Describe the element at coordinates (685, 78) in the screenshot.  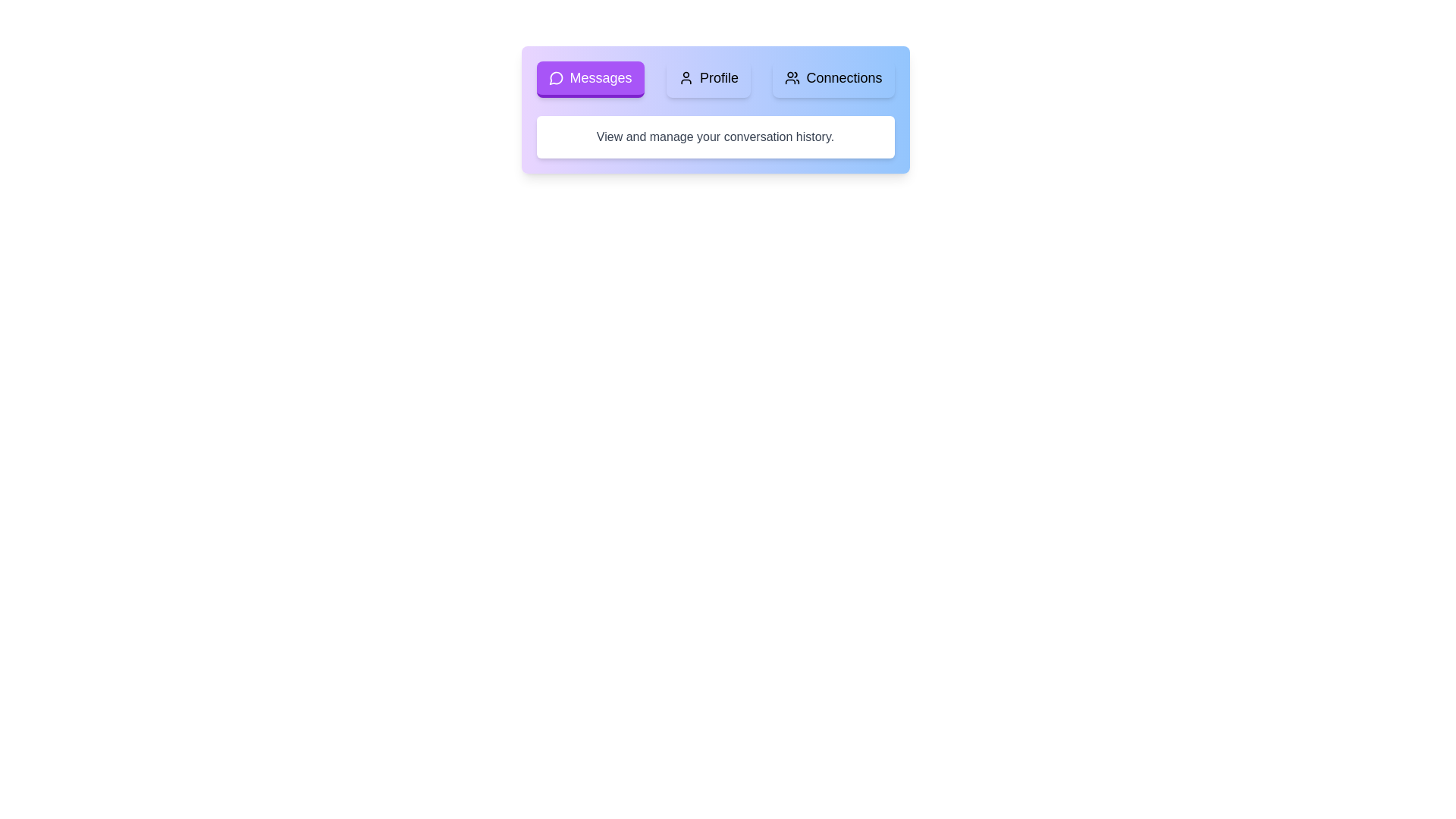
I see `the user icon SVG graphic located within the 'Profile' button in the top navigation bar` at that location.